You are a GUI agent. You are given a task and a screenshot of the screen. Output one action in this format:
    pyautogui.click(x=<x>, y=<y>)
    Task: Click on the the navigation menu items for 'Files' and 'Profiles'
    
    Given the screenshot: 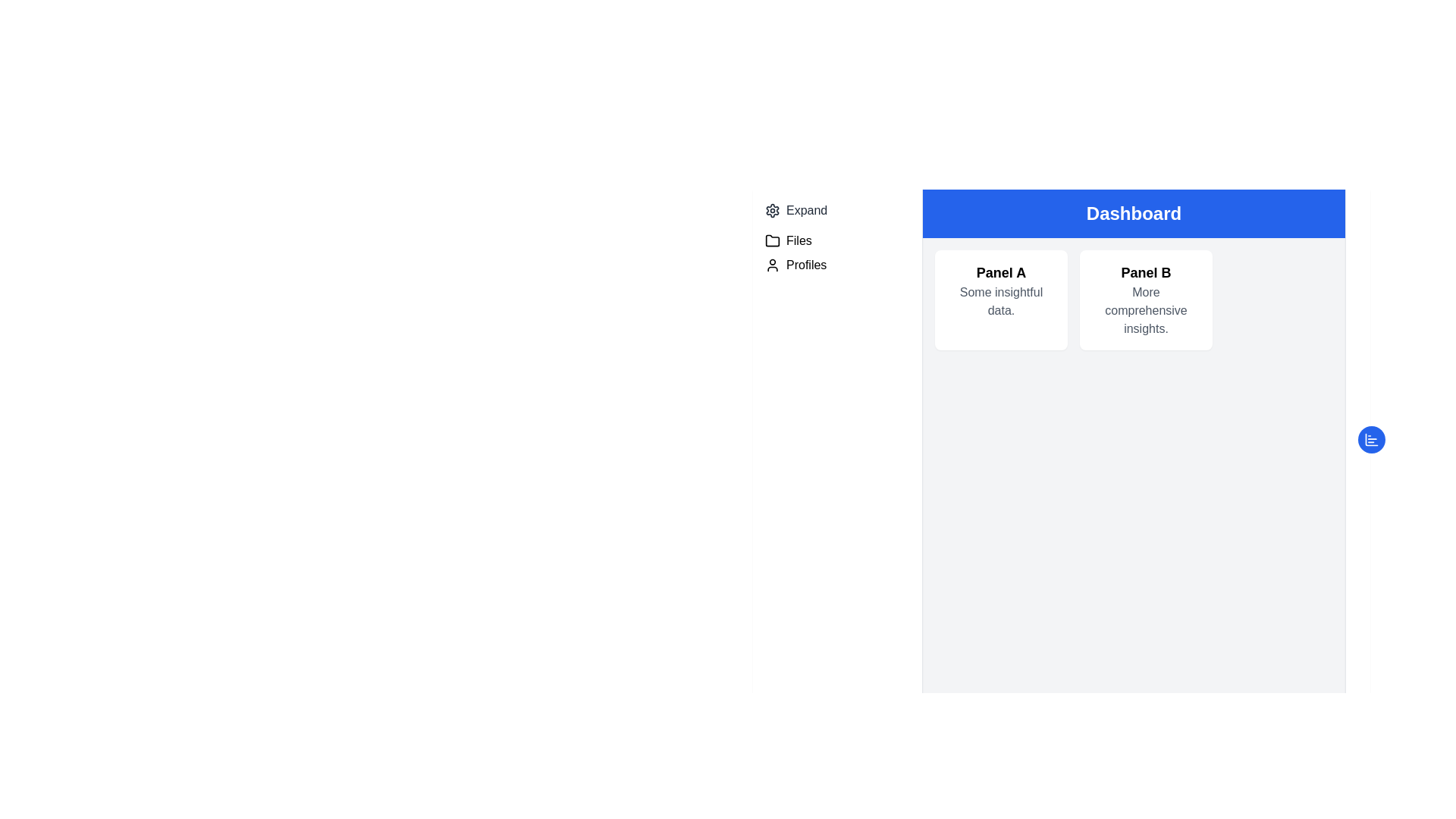 What is the action you would take?
    pyautogui.click(x=836, y=253)
    